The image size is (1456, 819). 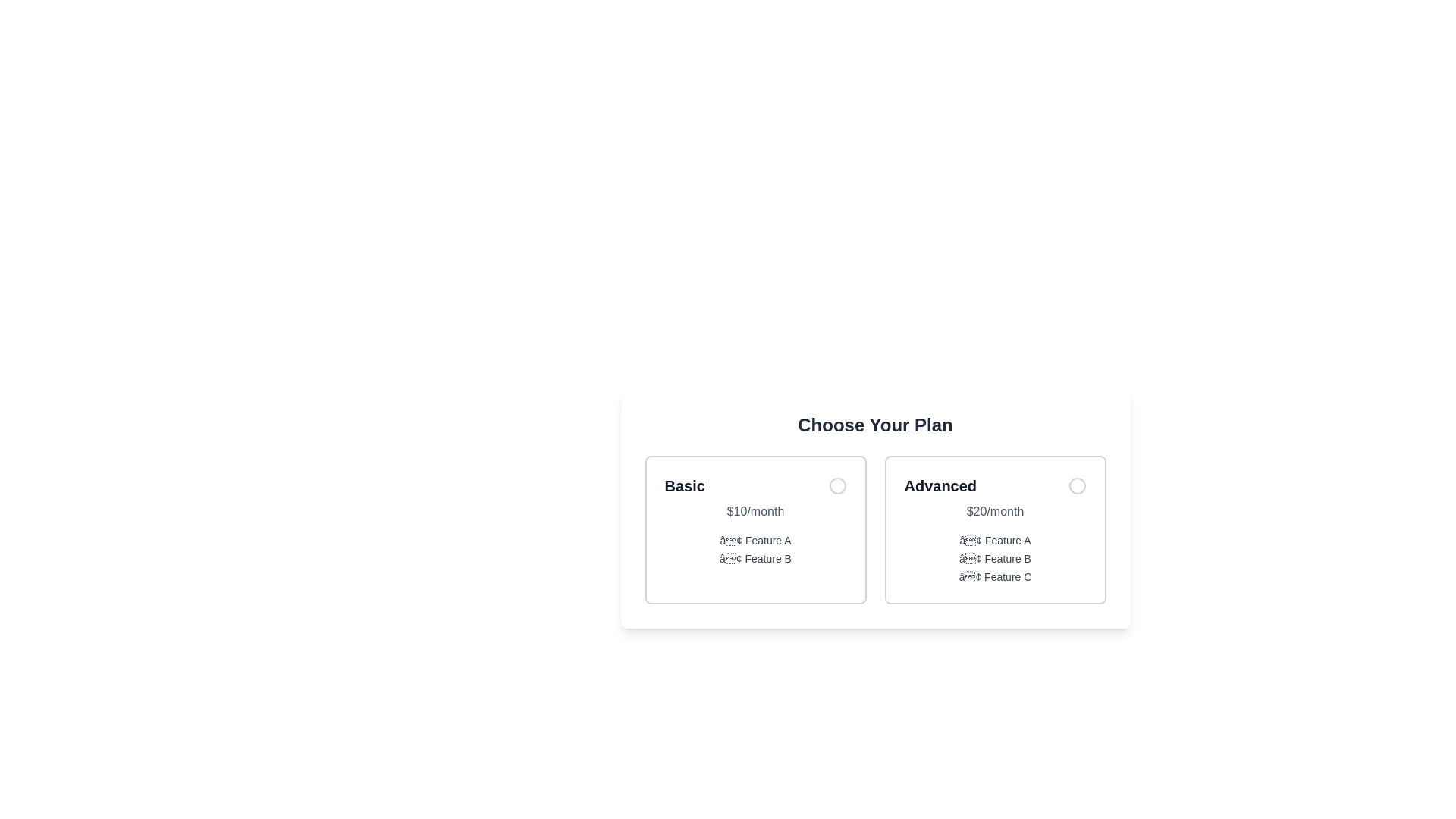 What do you see at coordinates (875, 425) in the screenshot?
I see `the text element displaying 'Choose Your Plan', which is centered at the top of the section providing options for plans` at bounding box center [875, 425].